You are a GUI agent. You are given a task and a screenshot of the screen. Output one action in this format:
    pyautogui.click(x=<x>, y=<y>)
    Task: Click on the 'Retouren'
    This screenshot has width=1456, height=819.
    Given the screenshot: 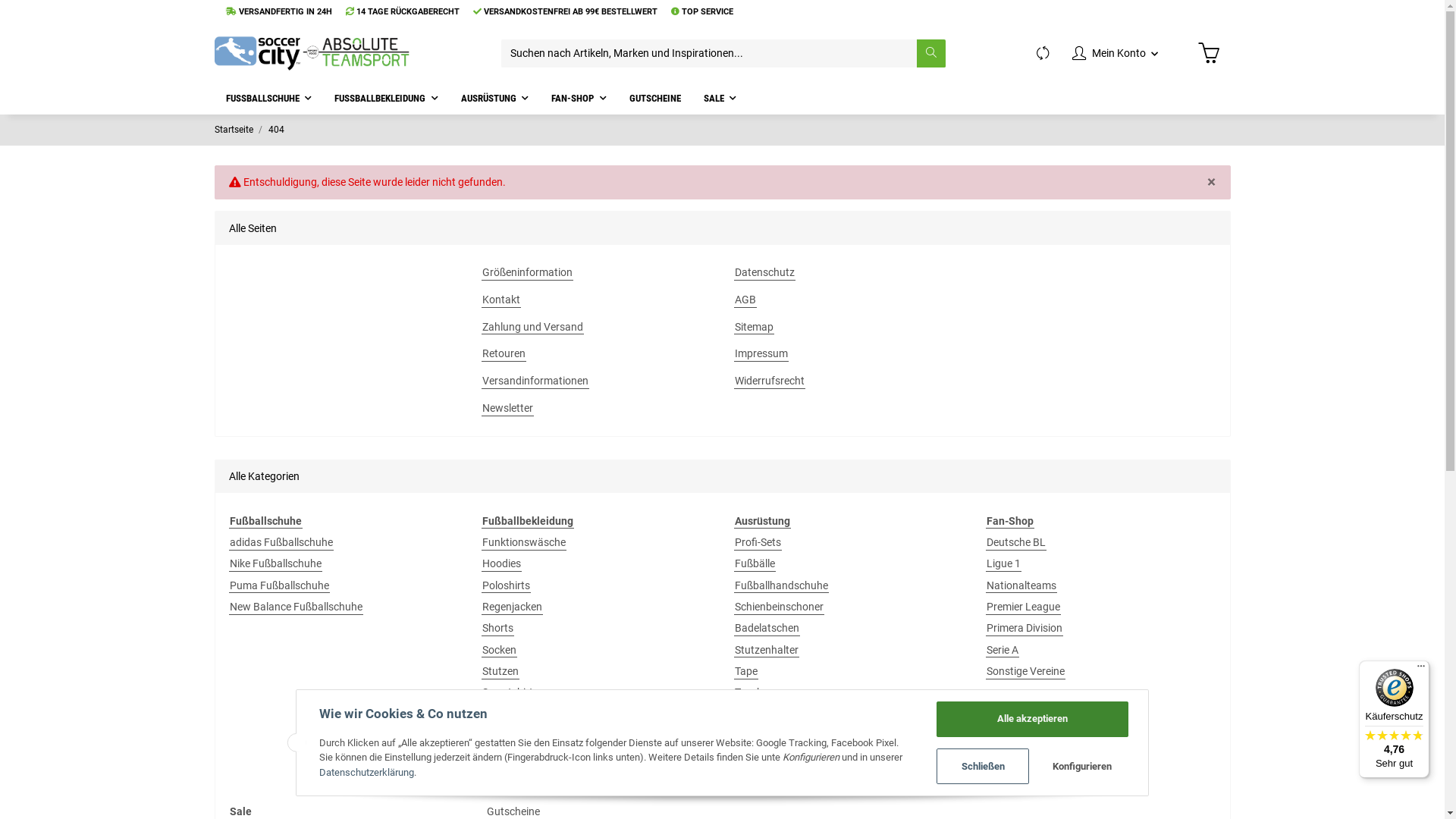 What is the action you would take?
    pyautogui.click(x=504, y=353)
    